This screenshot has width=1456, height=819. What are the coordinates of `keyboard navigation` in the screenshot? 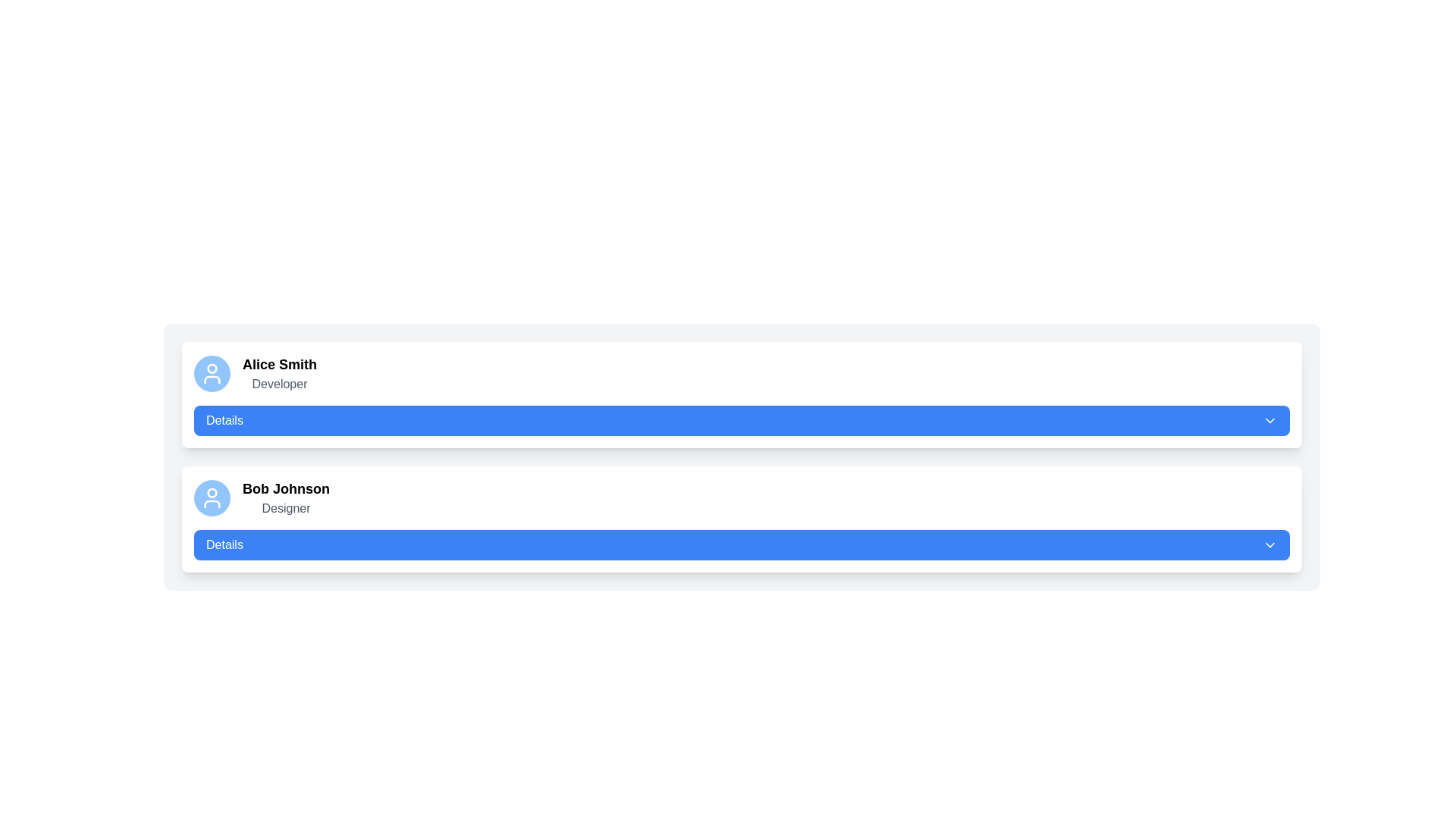 It's located at (224, 421).